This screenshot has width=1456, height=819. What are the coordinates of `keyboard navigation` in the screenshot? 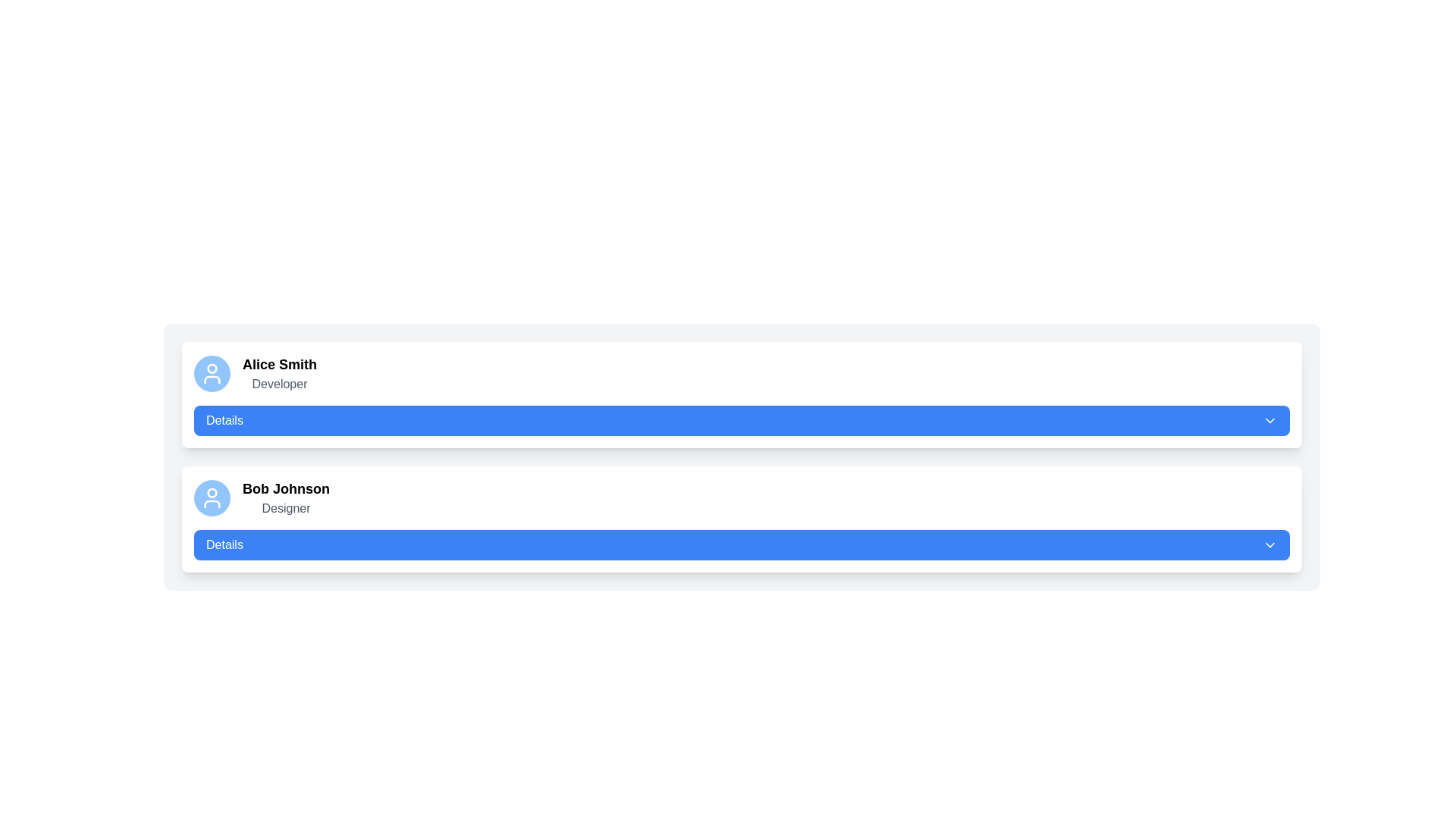 It's located at (224, 421).